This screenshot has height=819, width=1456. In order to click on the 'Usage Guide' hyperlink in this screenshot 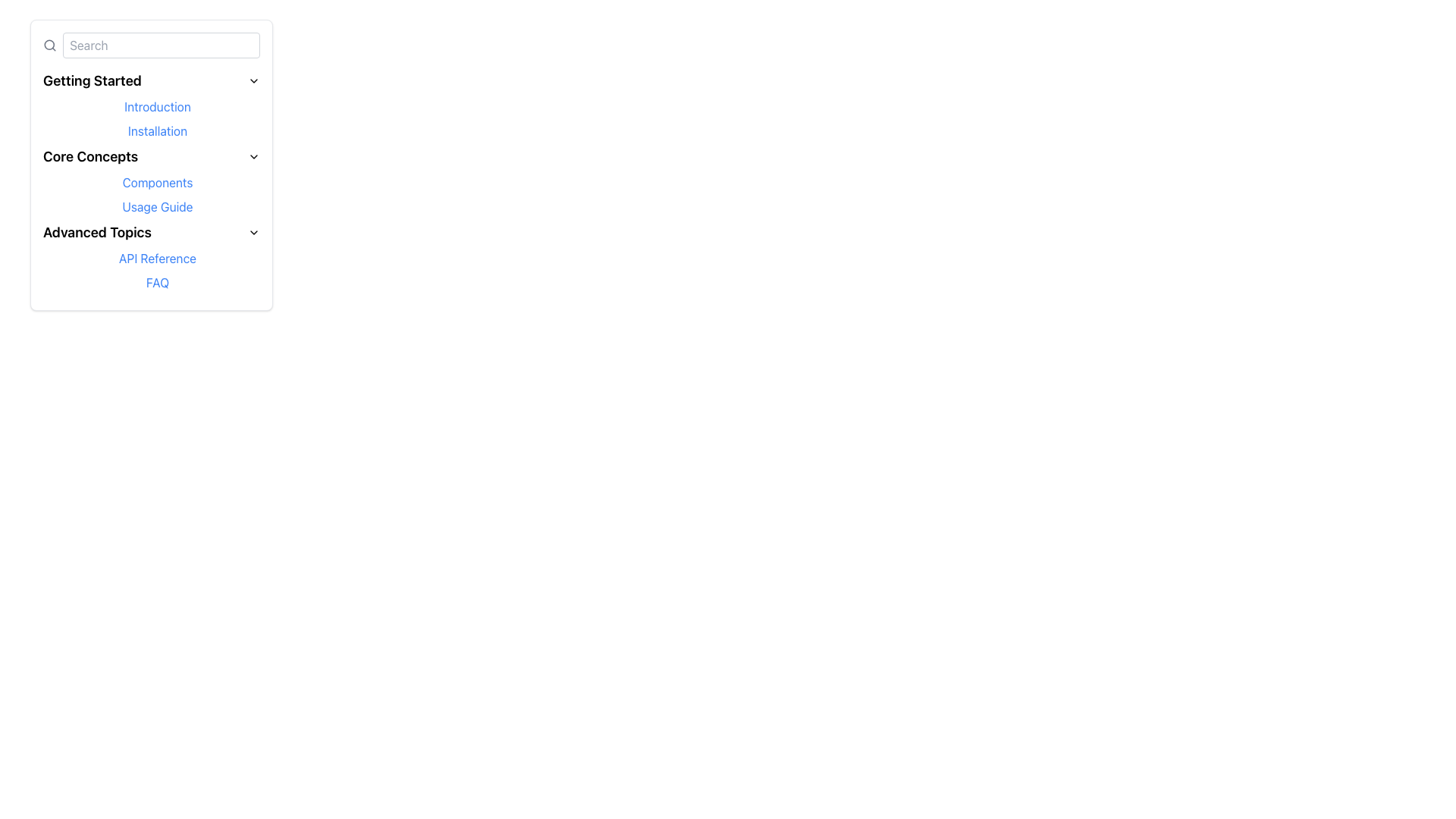, I will do `click(157, 207)`.